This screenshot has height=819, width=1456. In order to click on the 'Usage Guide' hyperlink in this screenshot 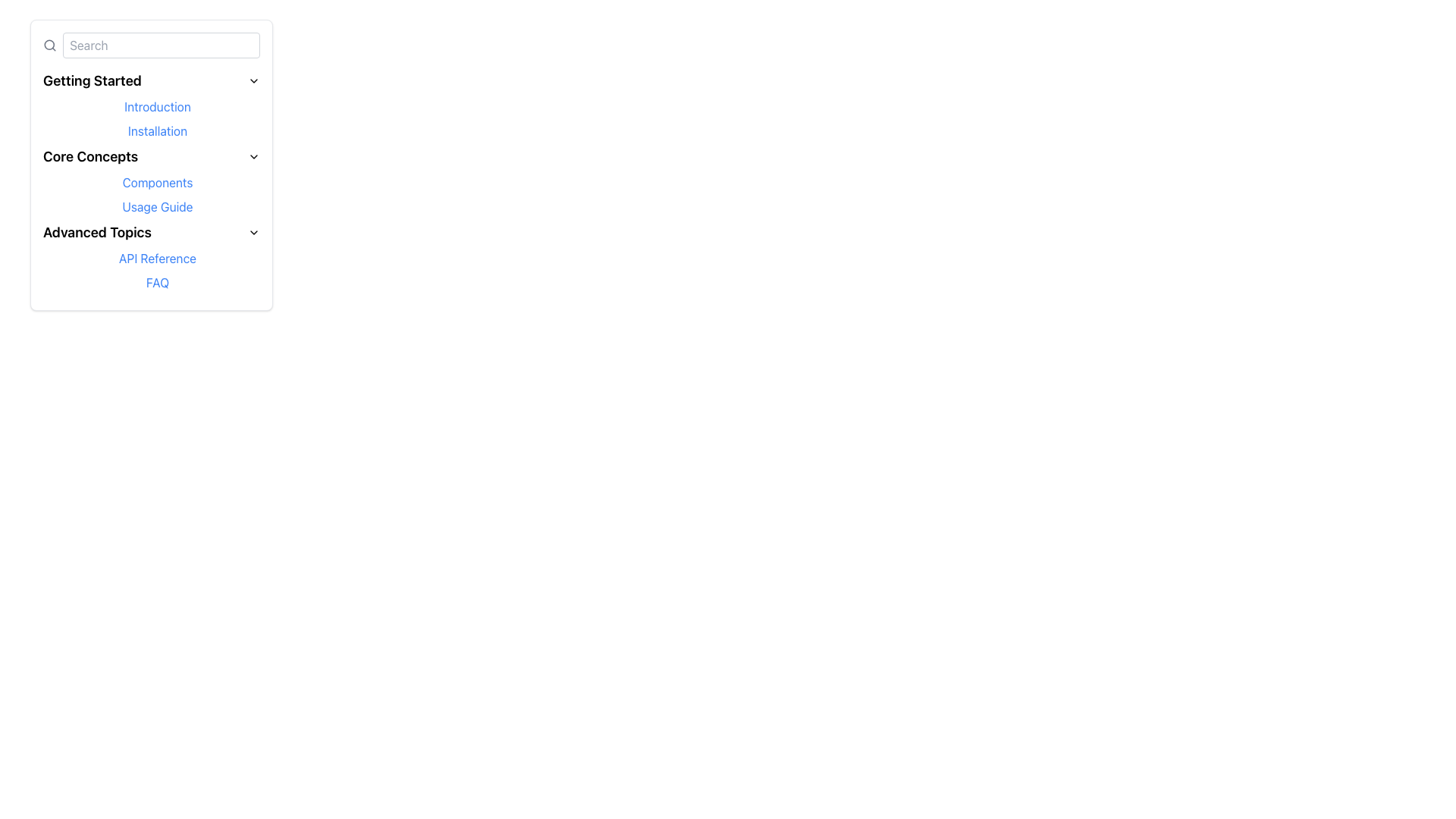, I will do `click(157, 207)`.